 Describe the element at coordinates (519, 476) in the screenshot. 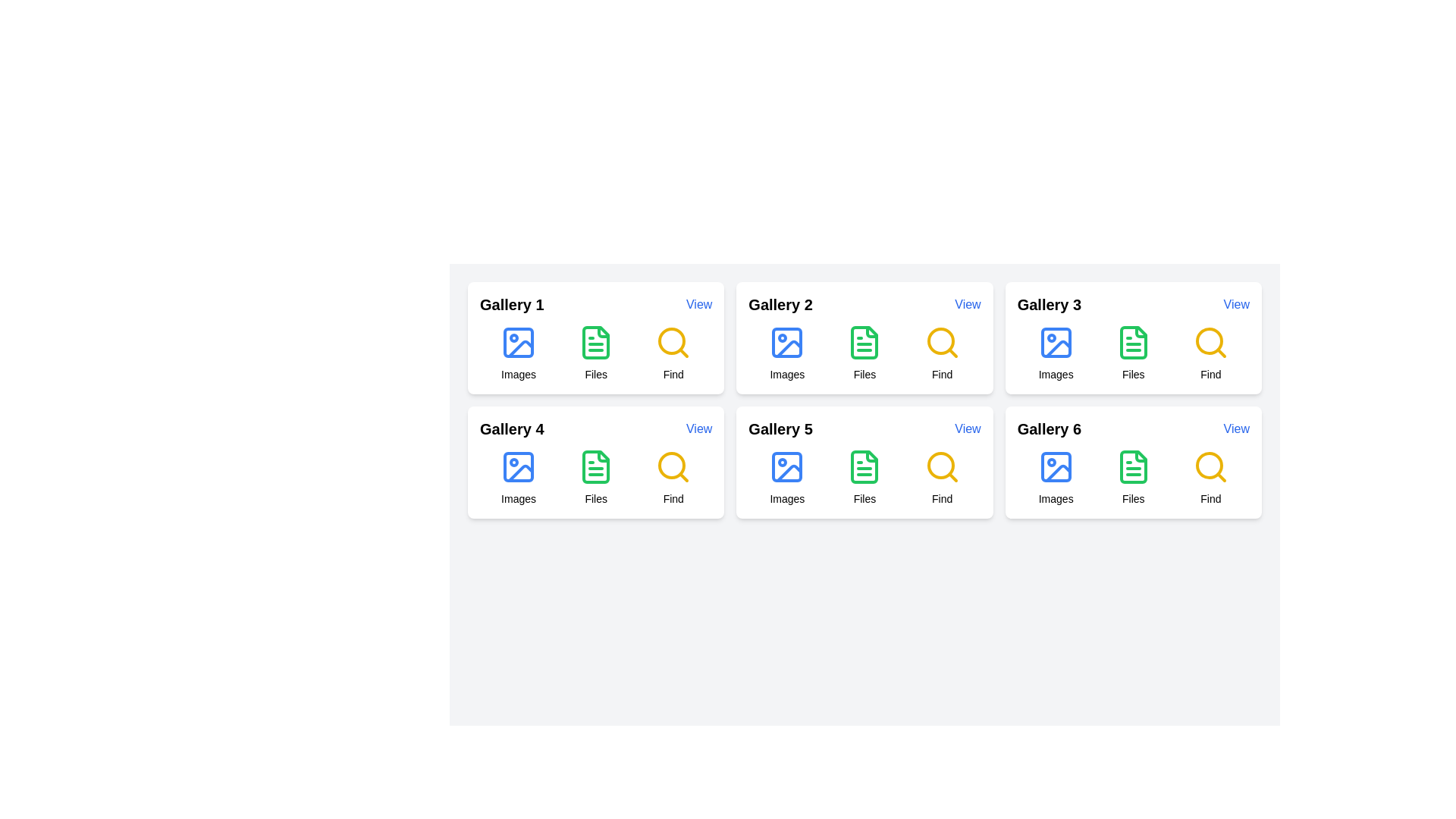

I see `the blue icon resembling a picture frame with a circular detail and a wavy line inside, labeled 'Images'` at that location.